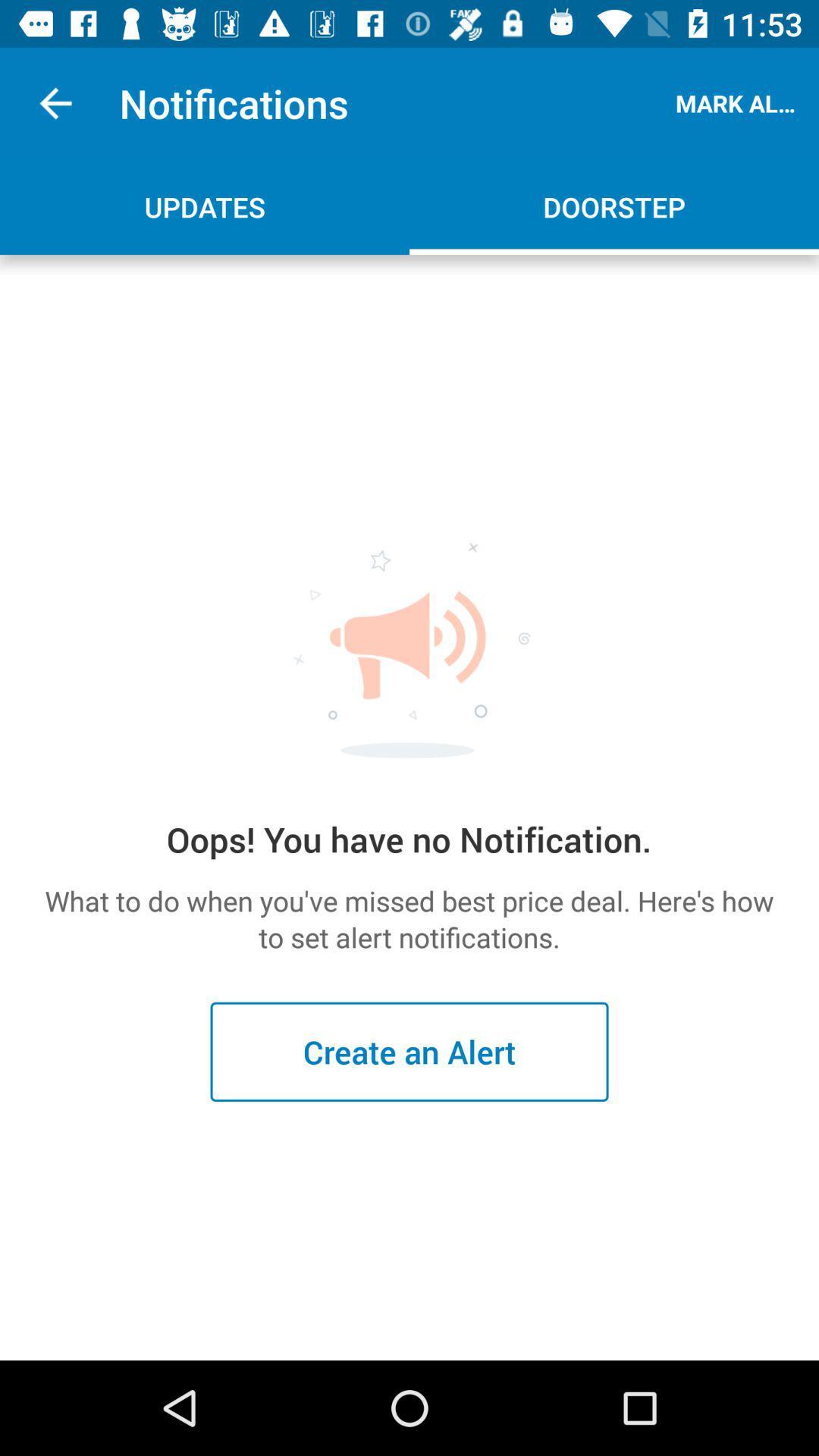  What do you see at coordinates (614, 206) in the screenshot?
I see `the icon next to the updates item` at bounding box center [614, 206].